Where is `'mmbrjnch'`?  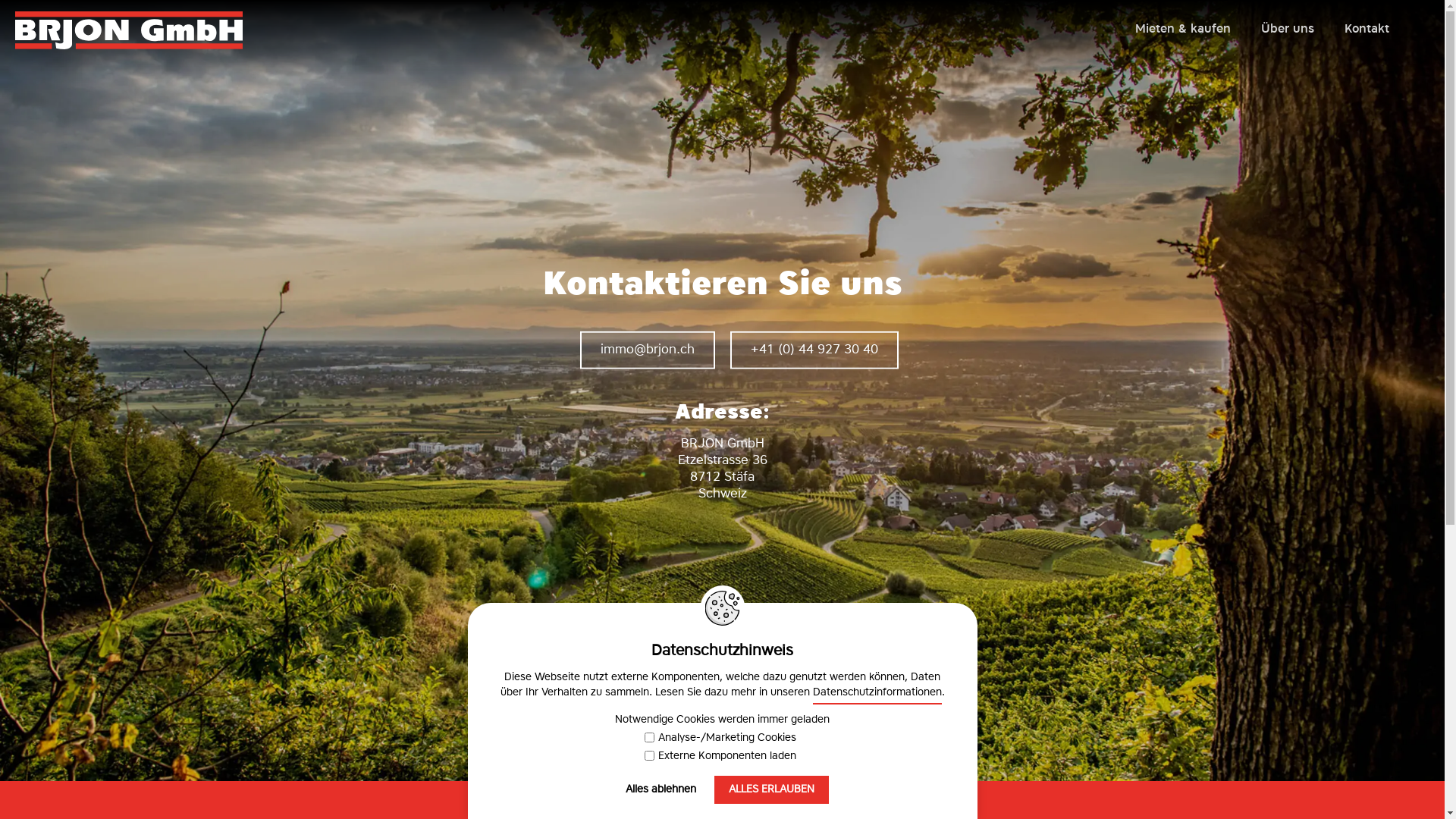
'mmbrjnch' is located at coordinates (647, 350).